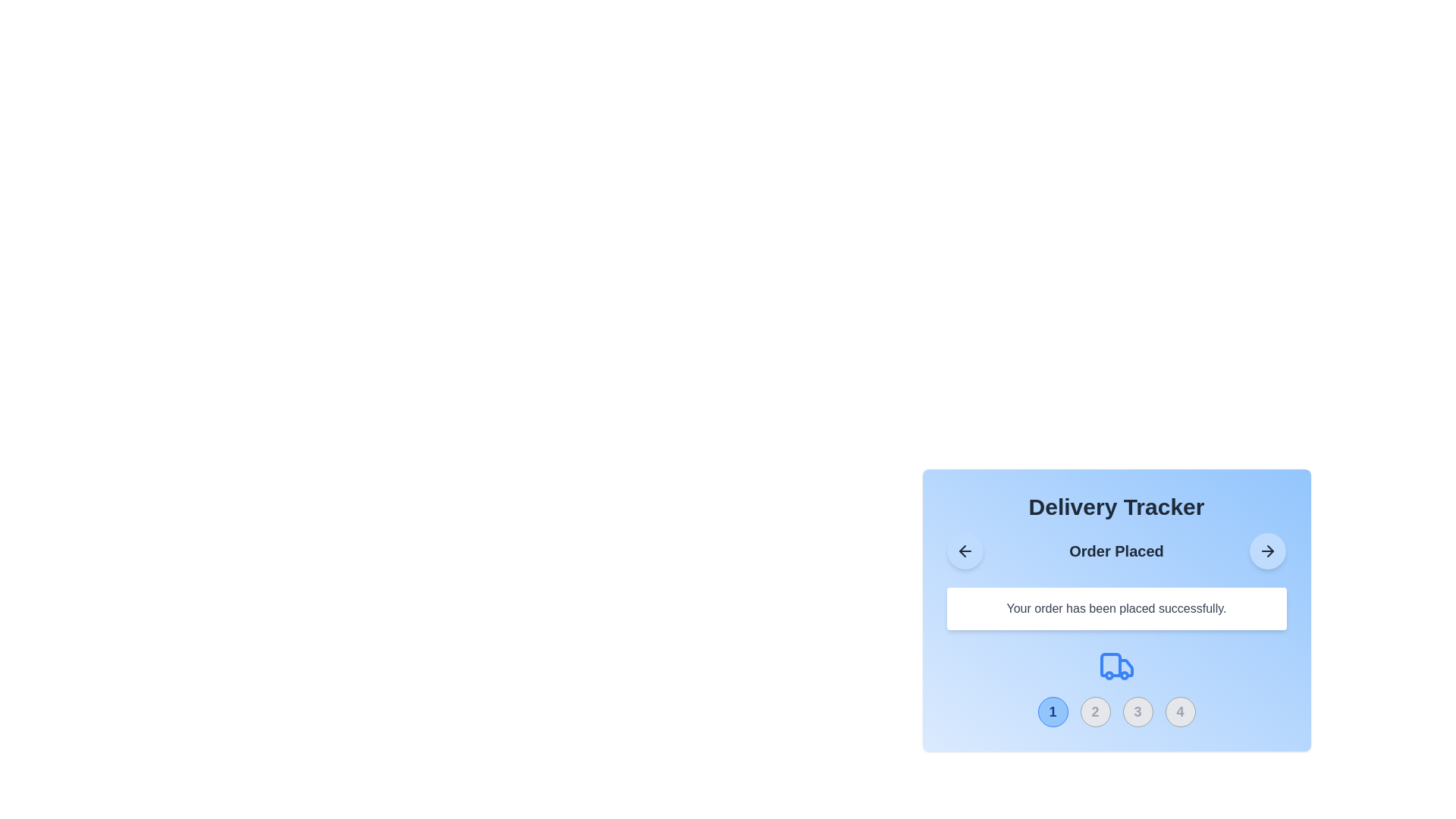 The height and width of the screenshot is (819, 1456). What do you see at coordinates (1116, 711) in the screenshot?
I see `the segmented progress tracker element located at the bottom center of the 'Delivery Tracker' card` at bounding box center [1116, 711].